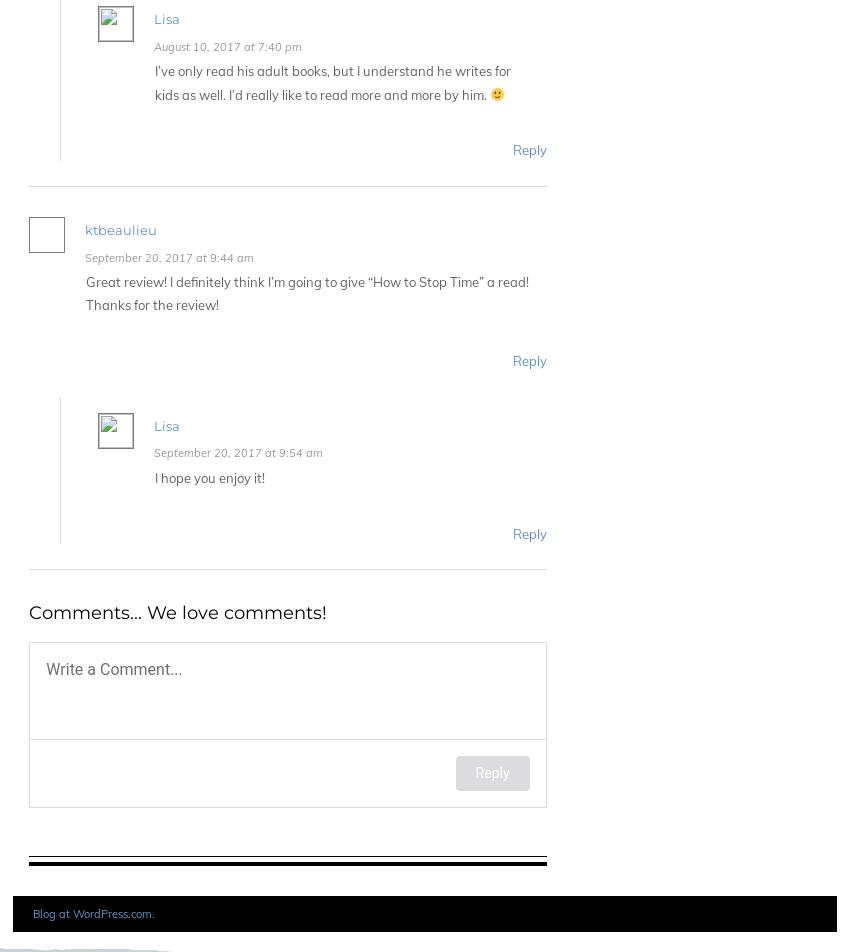 This screenshot has height=952, width=850. What do you see at coordinates (307, 293) in the screenshot?
I see `'Great review!  I definitely think I’m going to give “How to Stop Time” a read! Thanks for the review!'` at bounding box center [307, 293].